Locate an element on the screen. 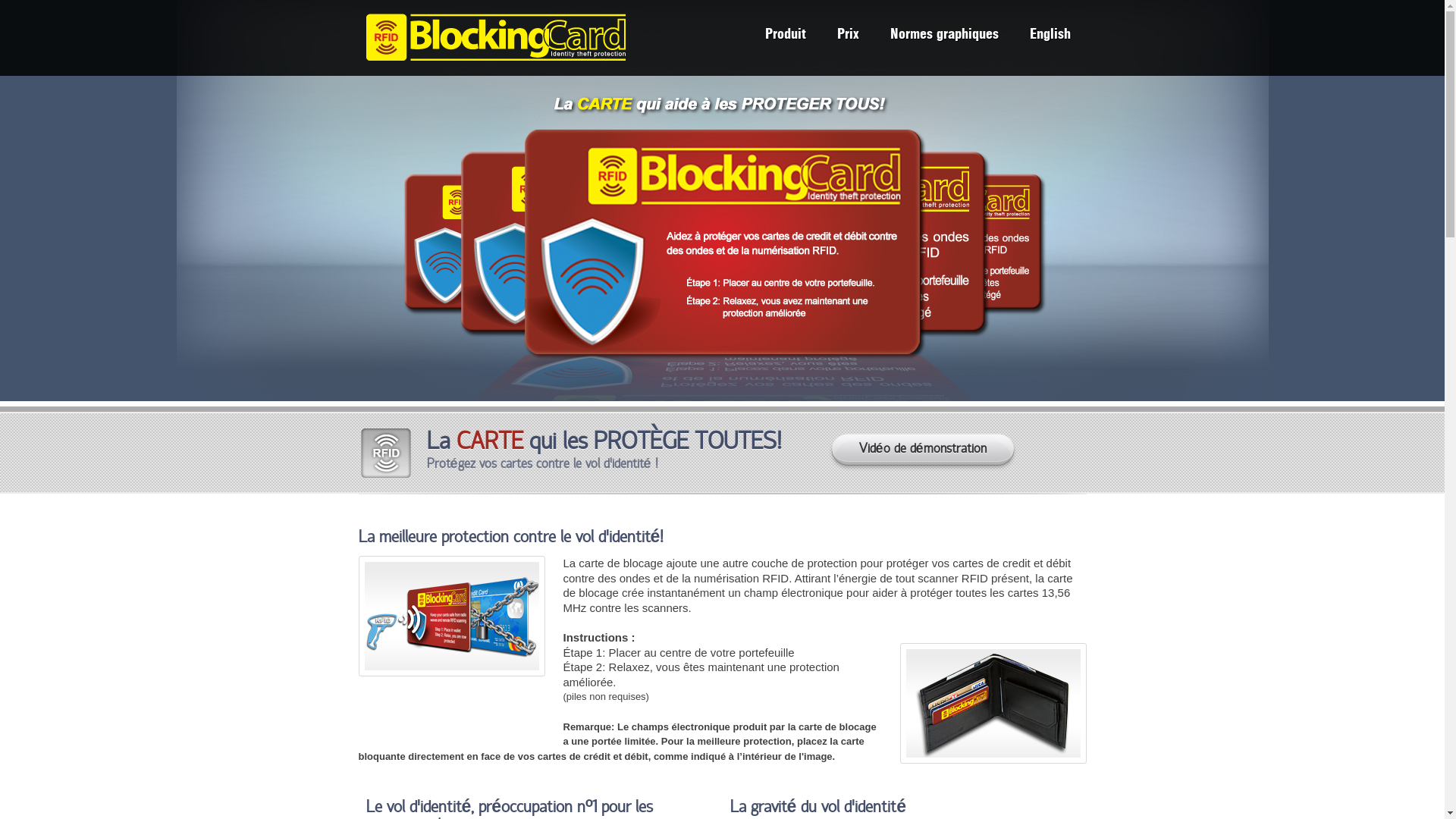 This screenshot has width=1456, height=819. 'Produit' is located at coordinates (785, 36).